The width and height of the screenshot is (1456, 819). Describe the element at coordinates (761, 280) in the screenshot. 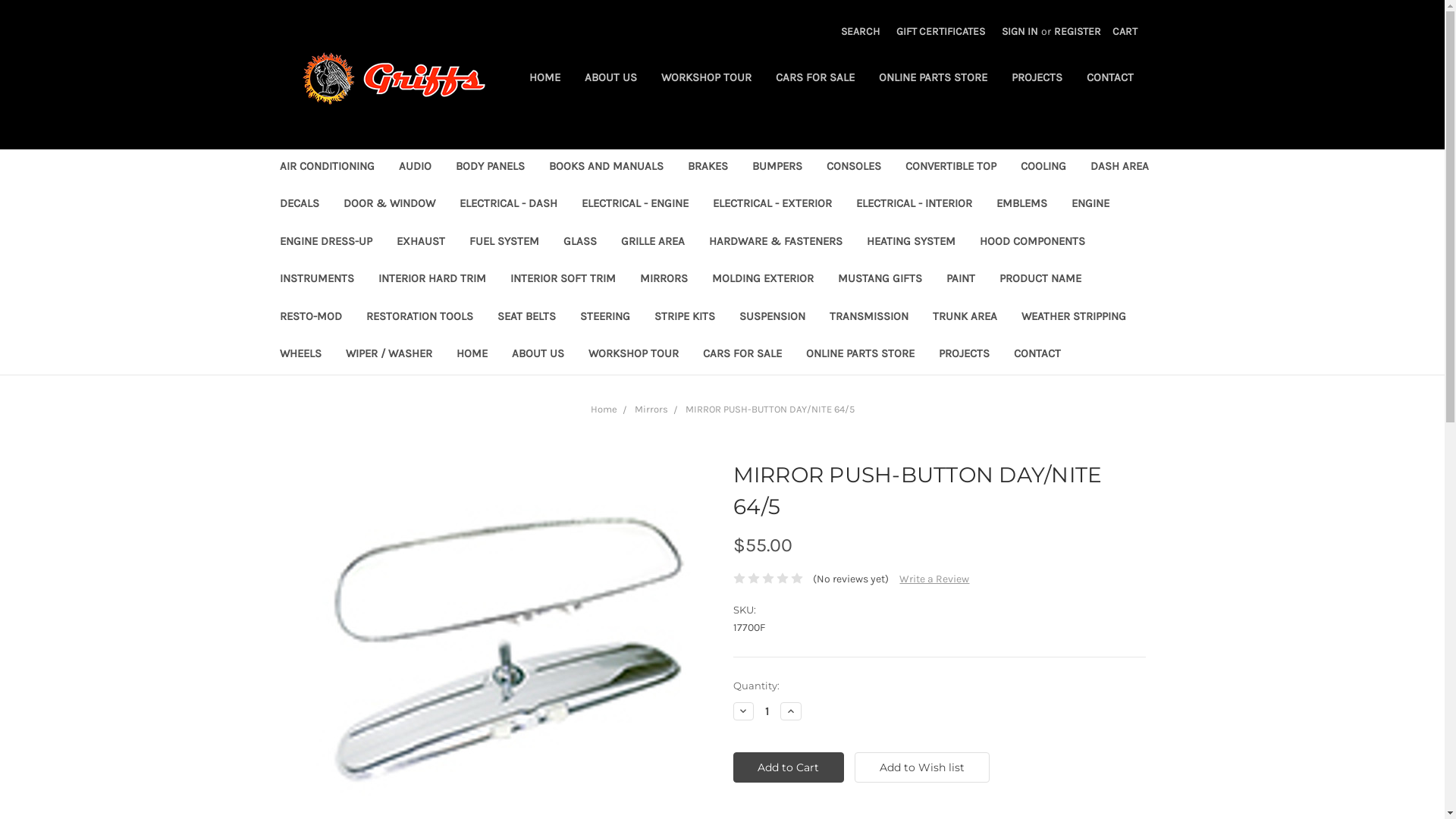

I see `'MOLDING EXTERIOR'` at that location.